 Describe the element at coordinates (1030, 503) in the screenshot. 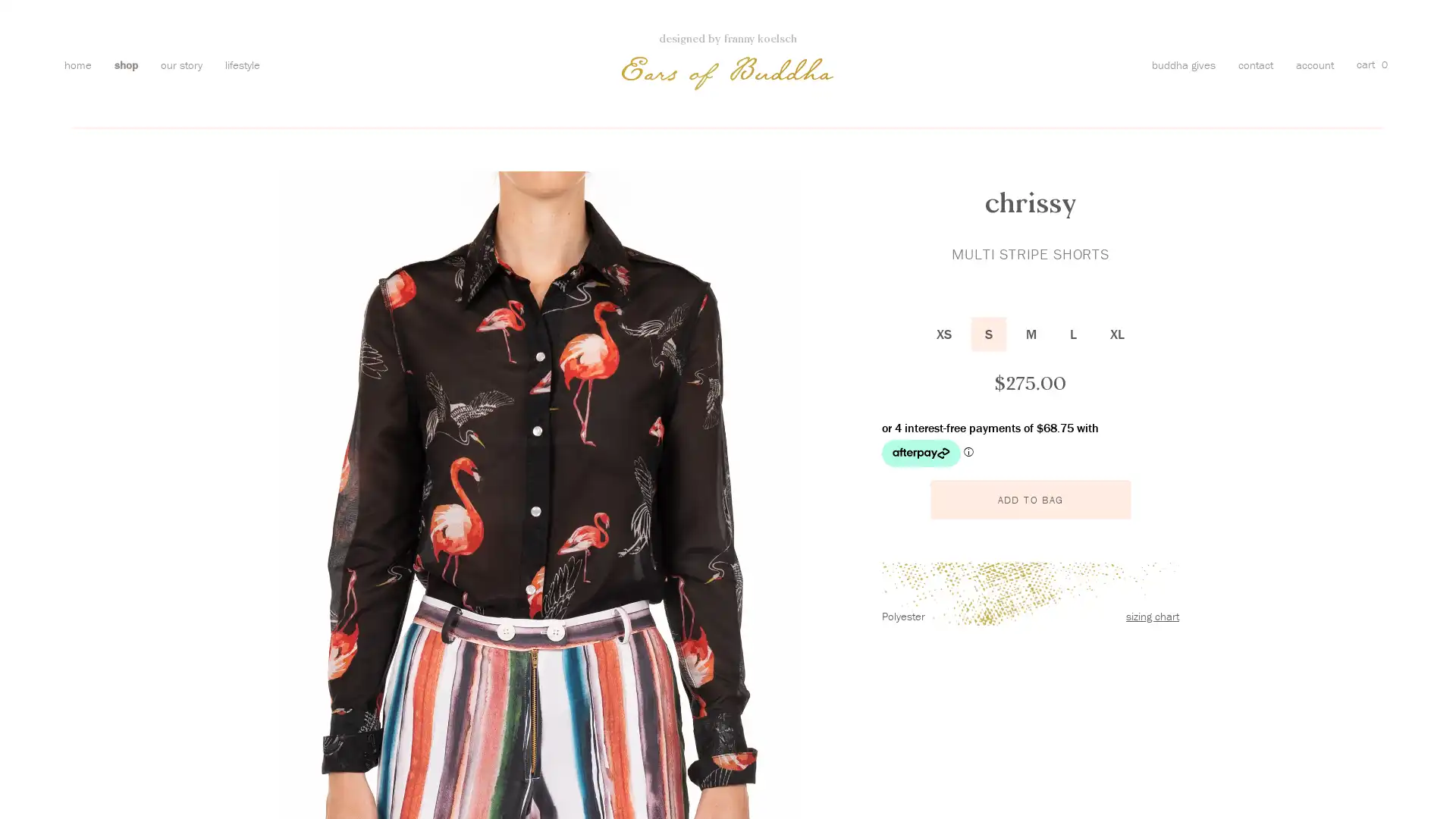

I see `ADD TO BAG` at that location.